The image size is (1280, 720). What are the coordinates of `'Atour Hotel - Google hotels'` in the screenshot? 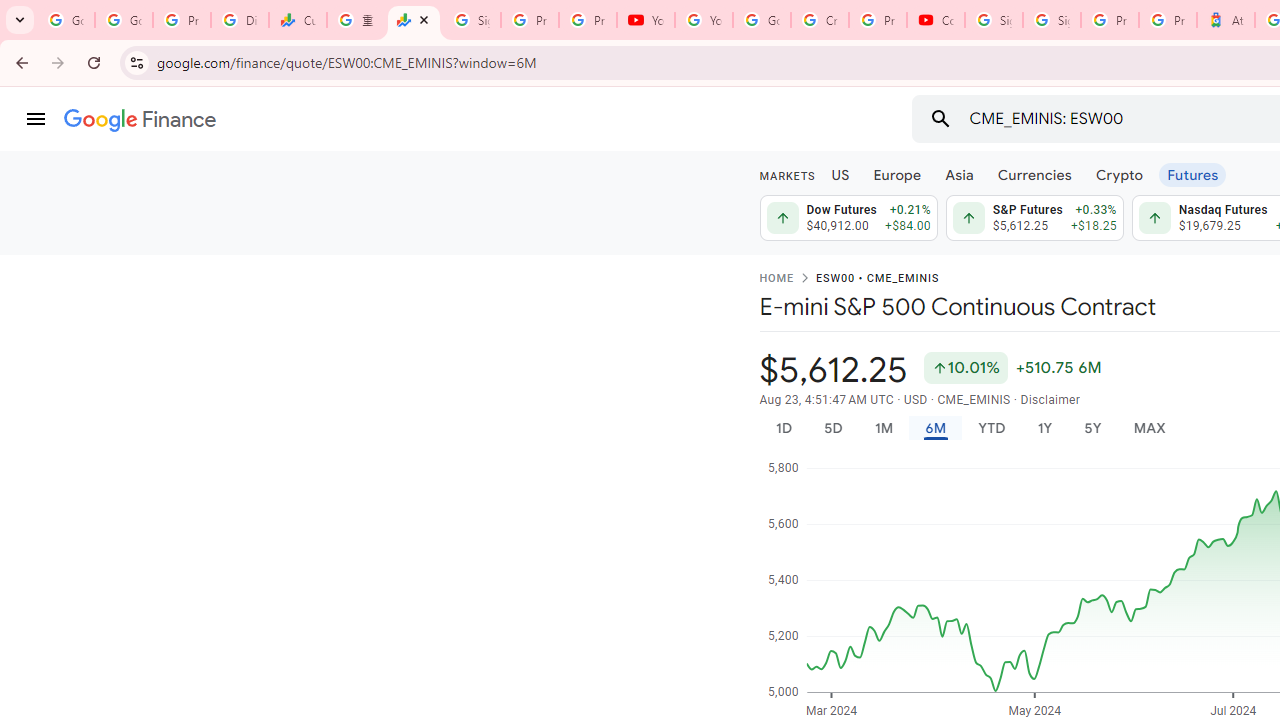 It's located at (1225, 20).